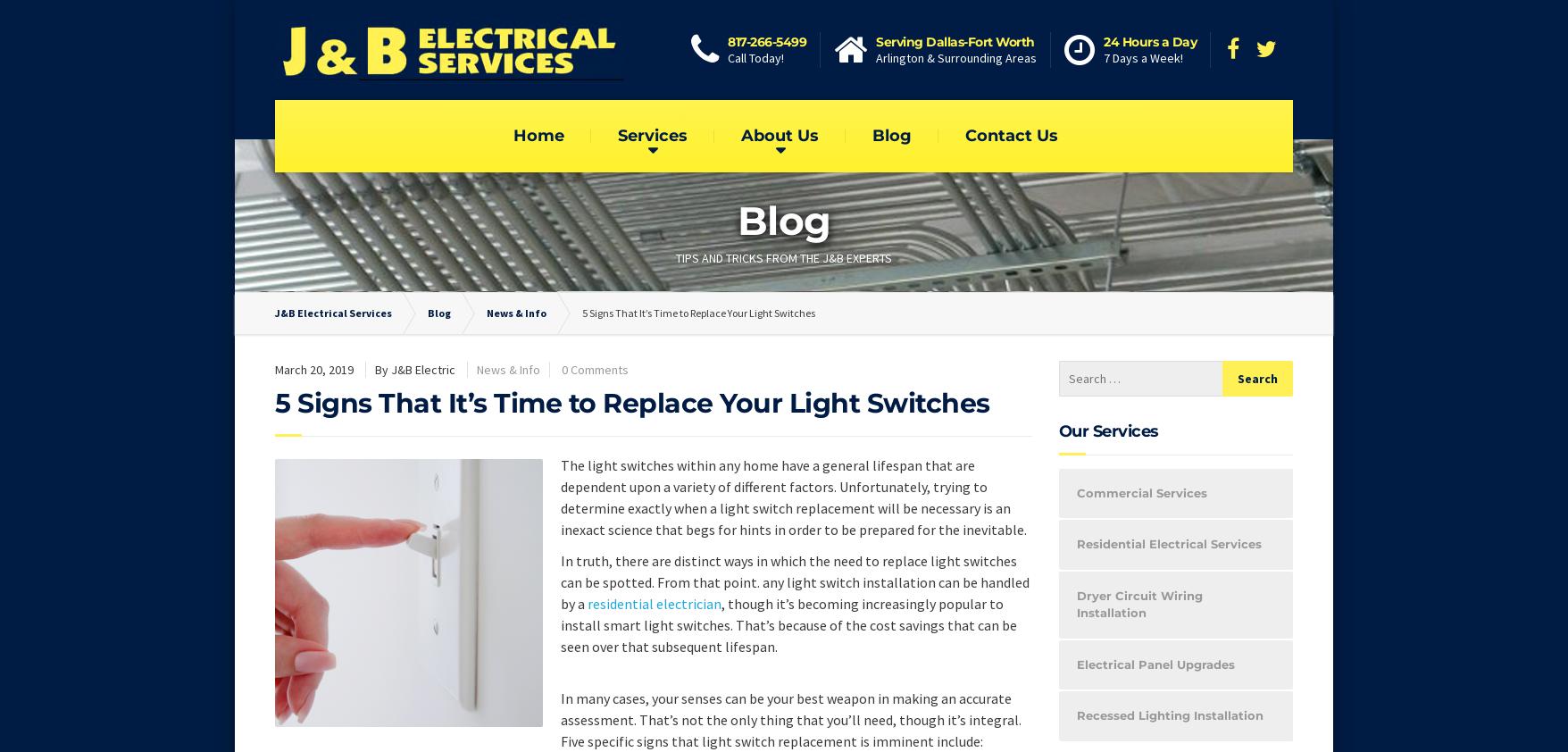 This screenshot has width=1568, height=752. I want to click on 'Dryer Circuit Wiring Installation', so click(1138, 604).